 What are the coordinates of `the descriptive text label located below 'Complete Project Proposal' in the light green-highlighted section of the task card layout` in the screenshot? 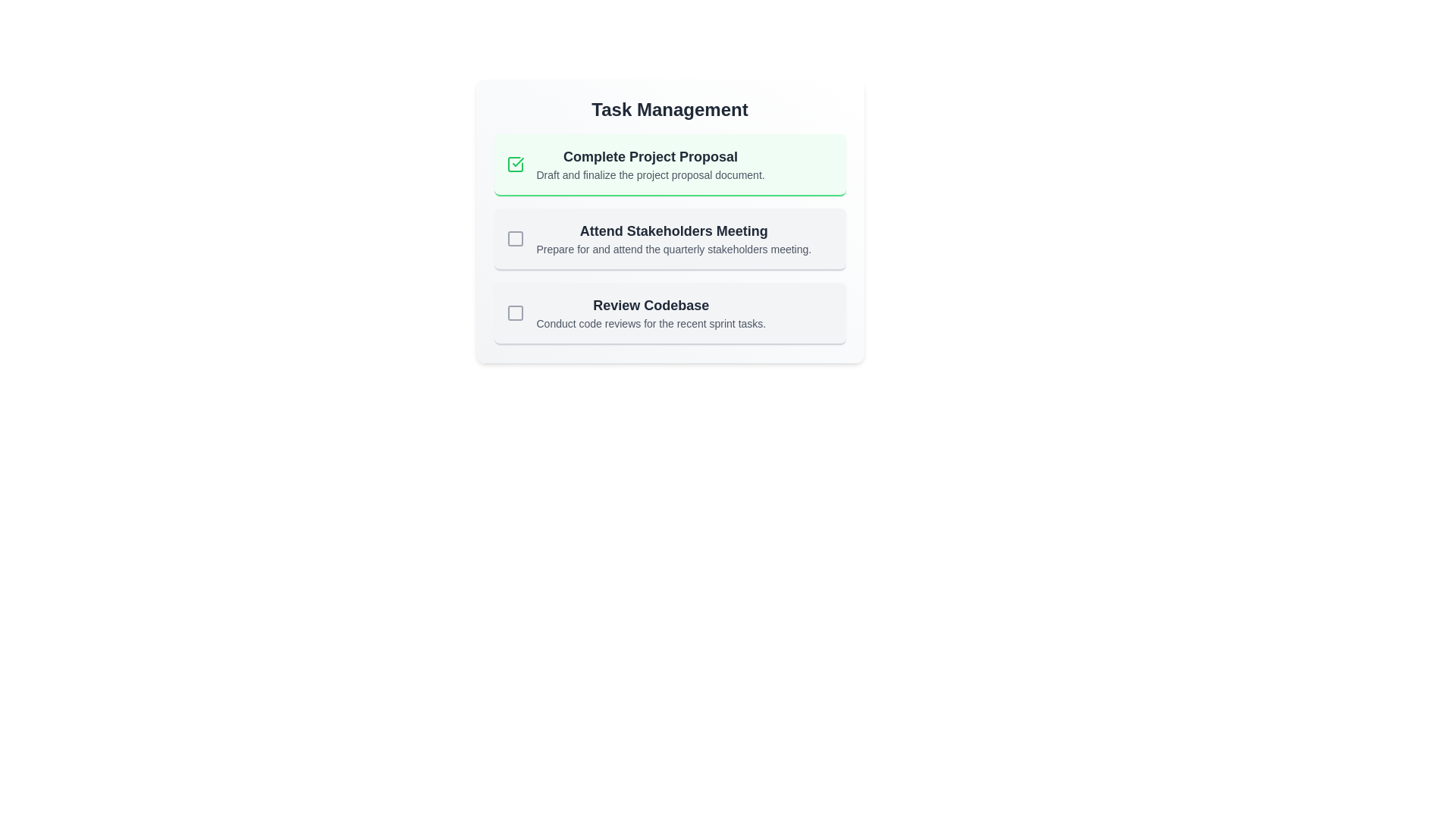 It's located at (651, 174).